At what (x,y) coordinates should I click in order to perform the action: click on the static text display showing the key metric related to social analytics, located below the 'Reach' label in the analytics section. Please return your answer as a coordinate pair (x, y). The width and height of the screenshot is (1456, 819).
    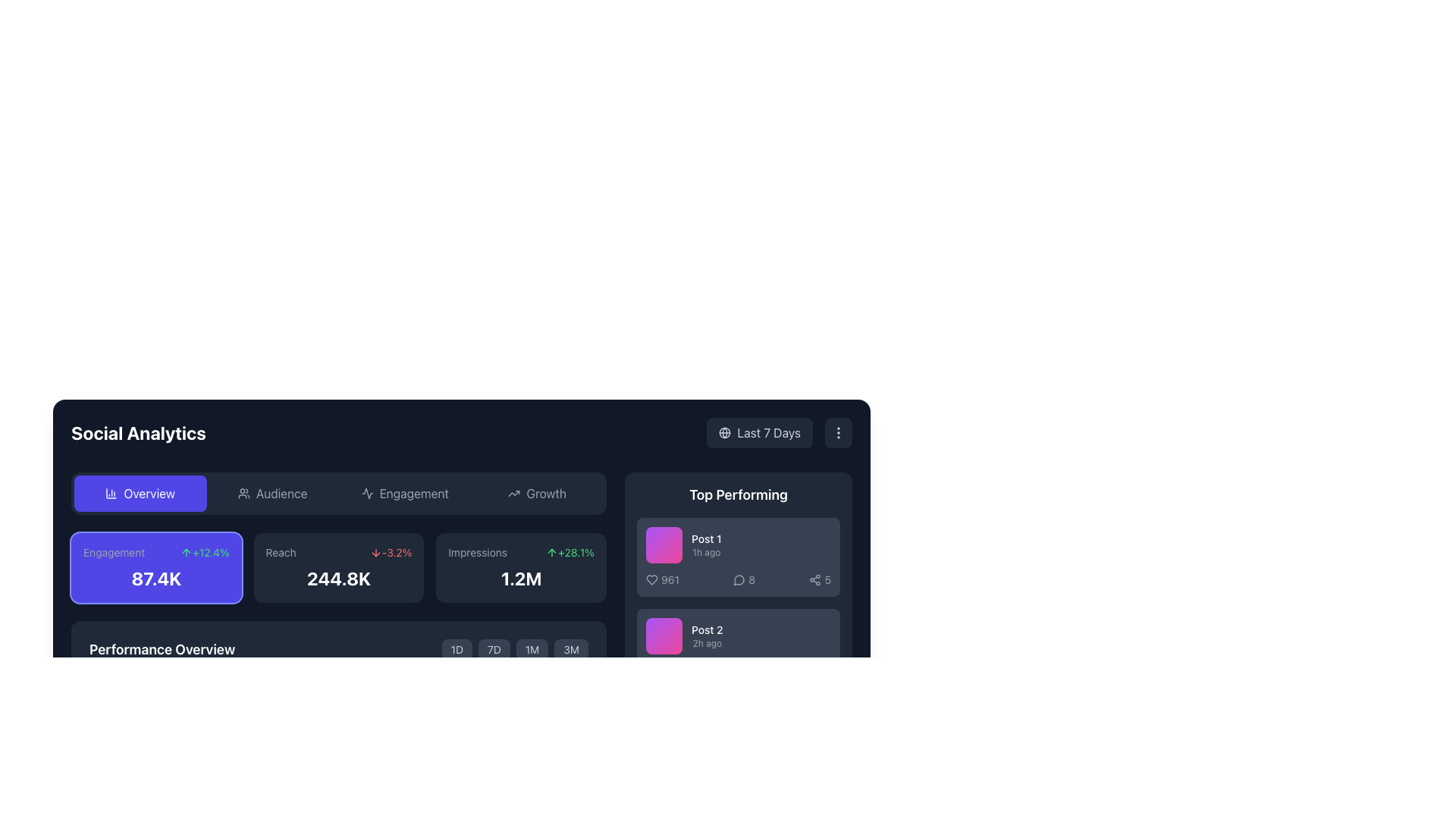
    Looking at the image, I should click on (337, 579).